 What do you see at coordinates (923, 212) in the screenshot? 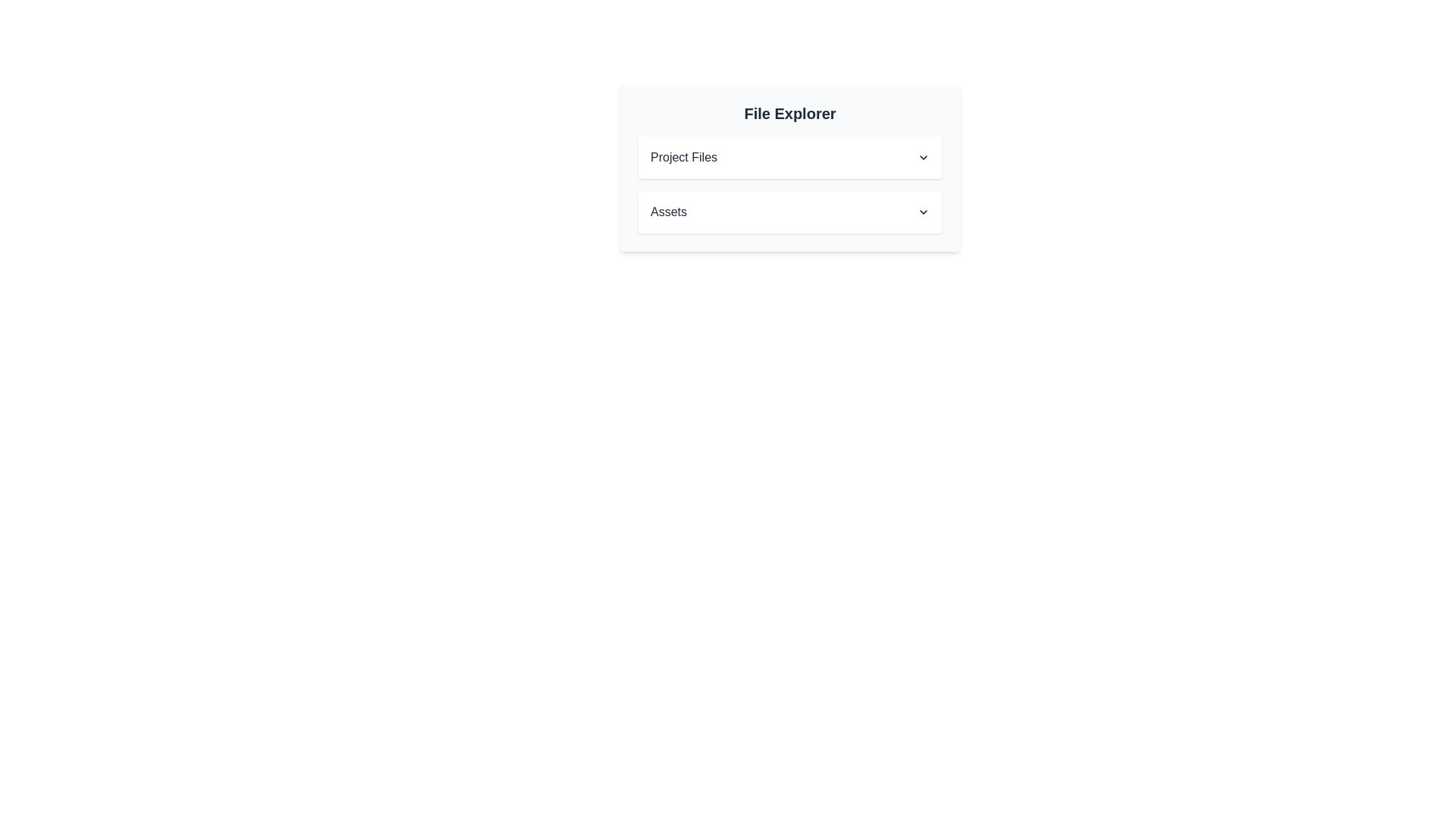
I see `the IconButton (chevron-down icon) located to the right of the 'Assets' label` at bounding box center [923, 212].